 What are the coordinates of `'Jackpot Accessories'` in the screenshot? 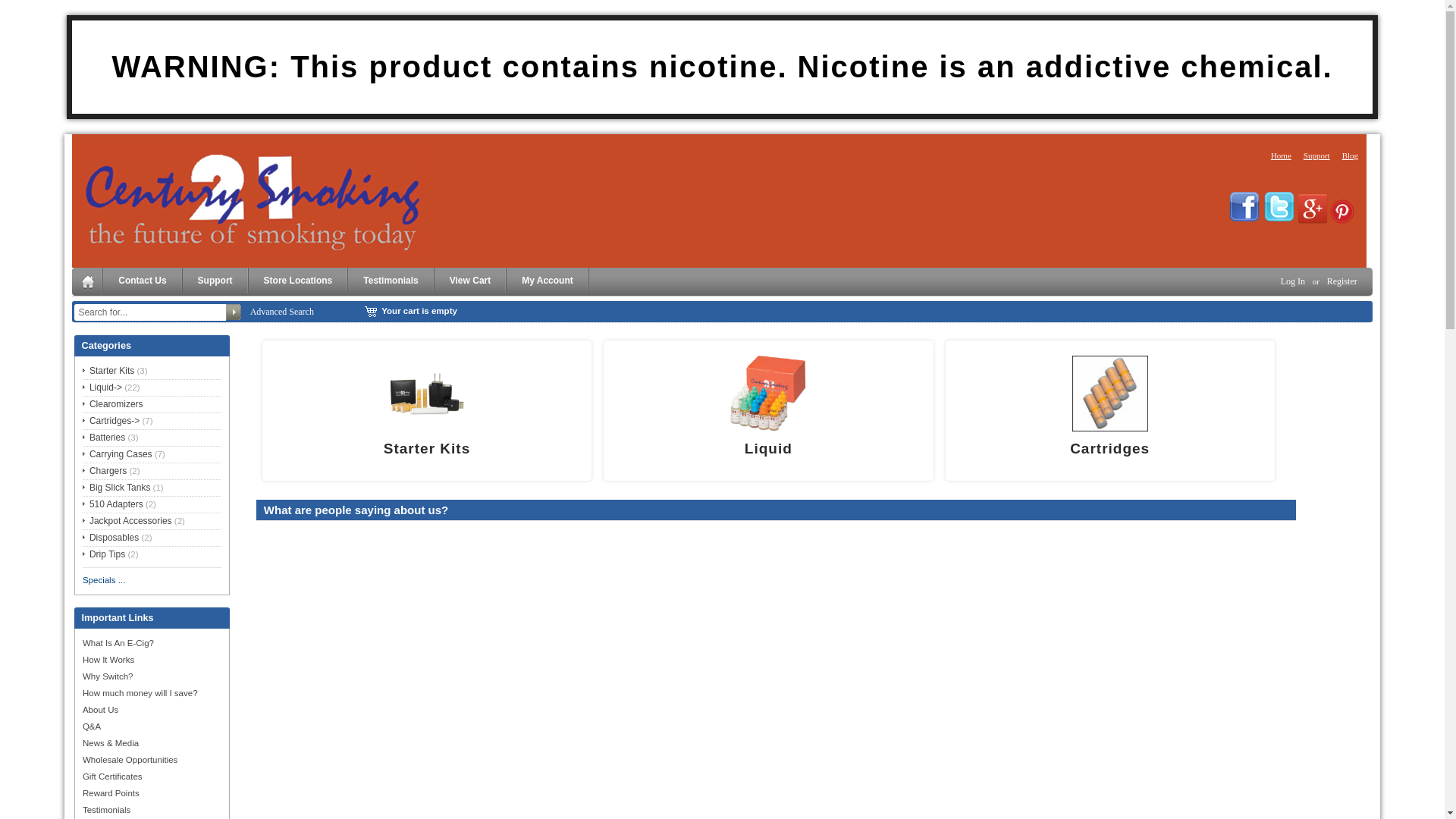 It's located at (127, 519).